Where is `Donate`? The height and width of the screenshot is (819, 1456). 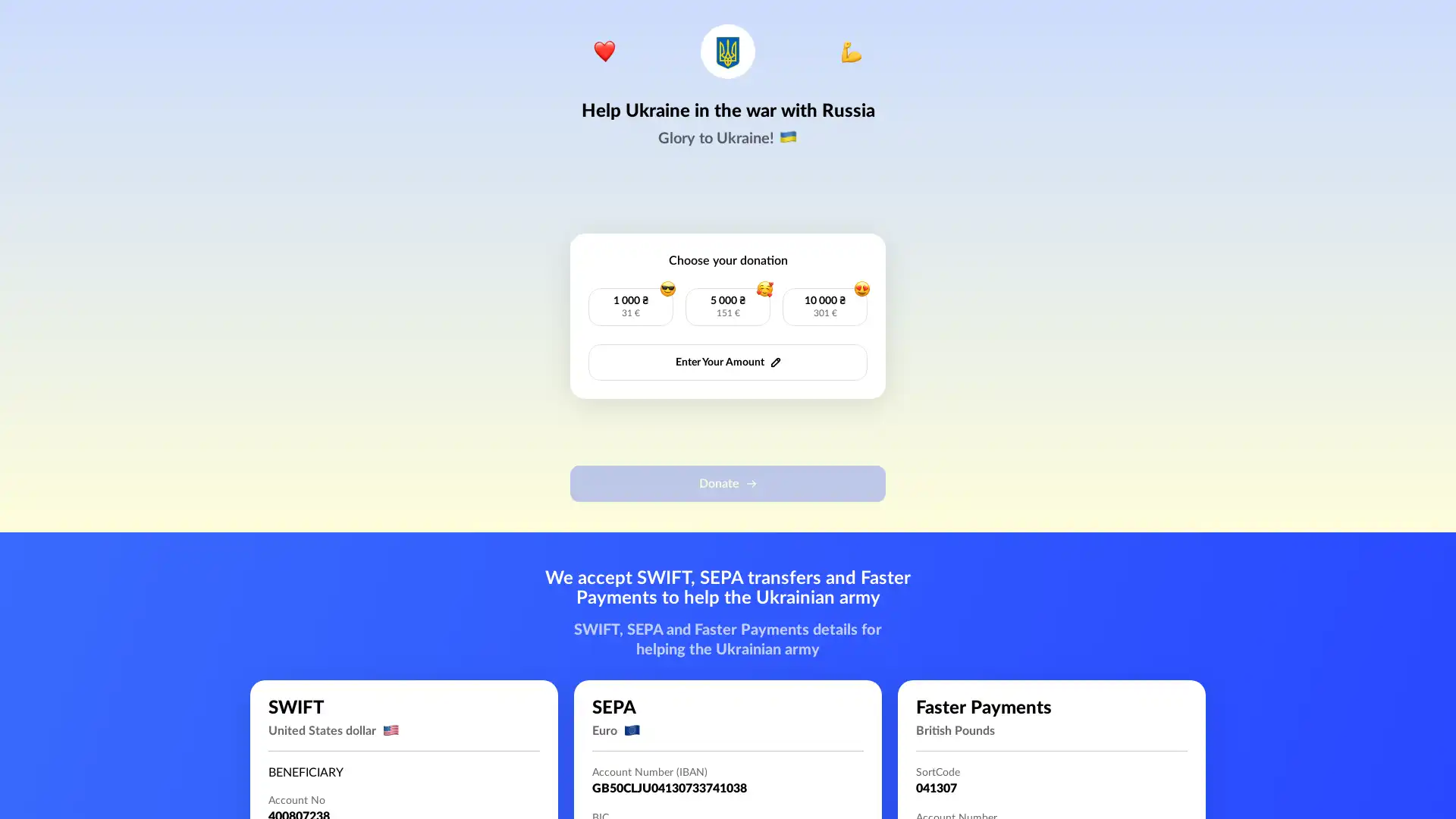
Donate is located at coordinates (728, 483).